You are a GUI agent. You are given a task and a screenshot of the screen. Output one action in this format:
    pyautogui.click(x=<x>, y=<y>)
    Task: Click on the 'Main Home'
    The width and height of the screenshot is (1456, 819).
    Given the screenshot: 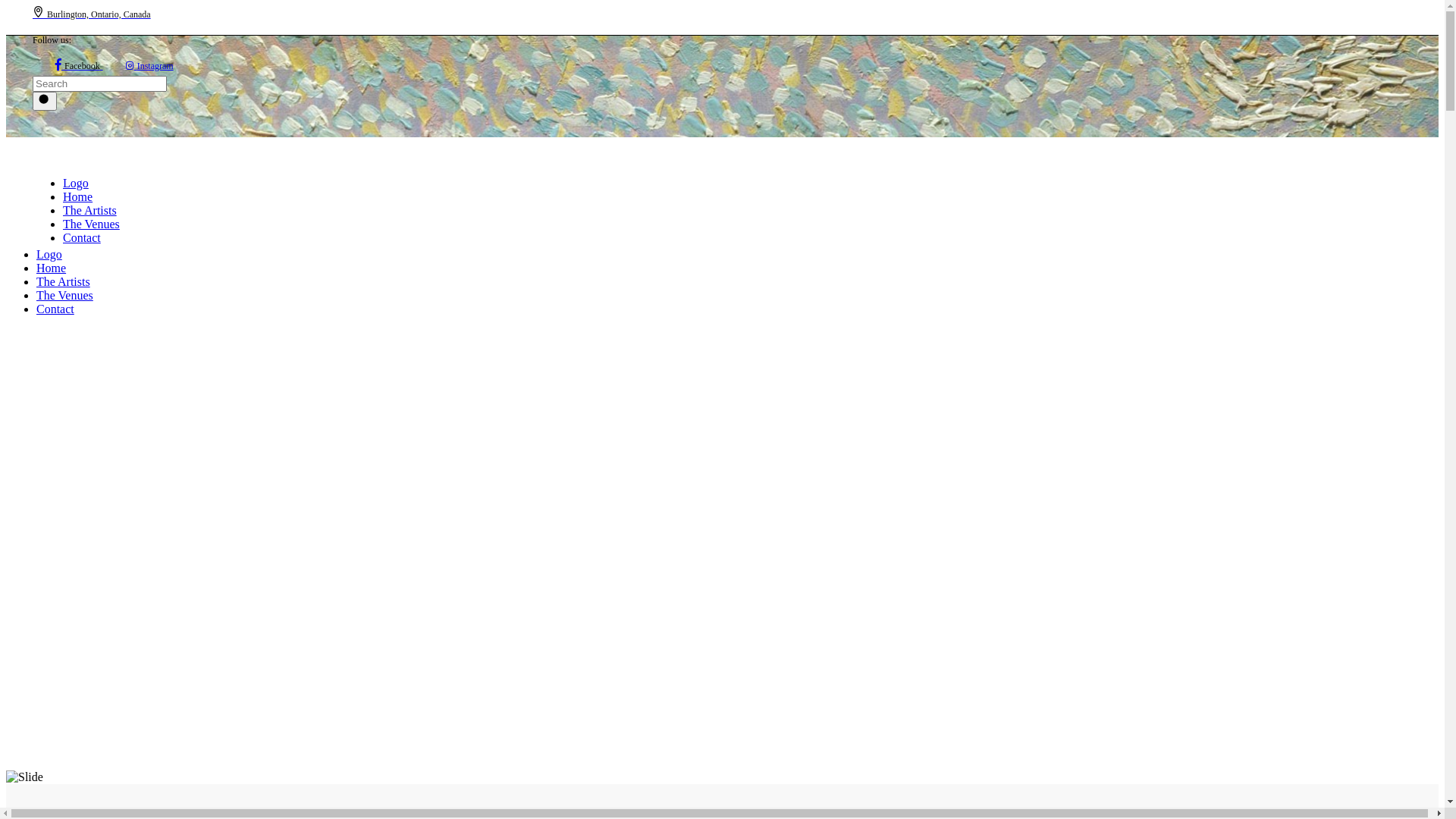 What is the action you would take?
    pyautogui.click(x=24, y=777)
    